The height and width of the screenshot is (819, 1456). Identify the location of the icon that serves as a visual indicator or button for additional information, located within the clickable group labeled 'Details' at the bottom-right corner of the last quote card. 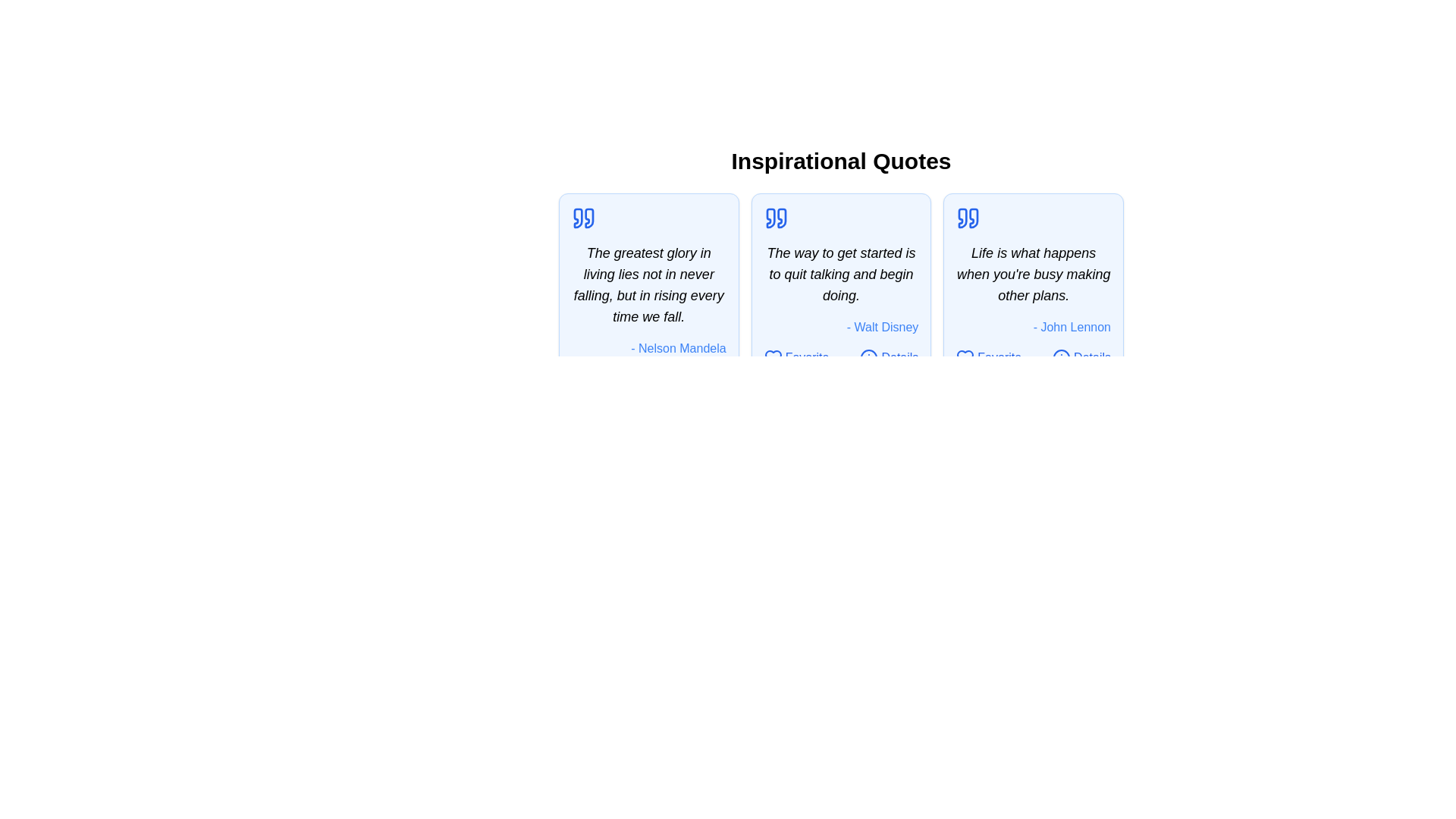
(1061, 357).